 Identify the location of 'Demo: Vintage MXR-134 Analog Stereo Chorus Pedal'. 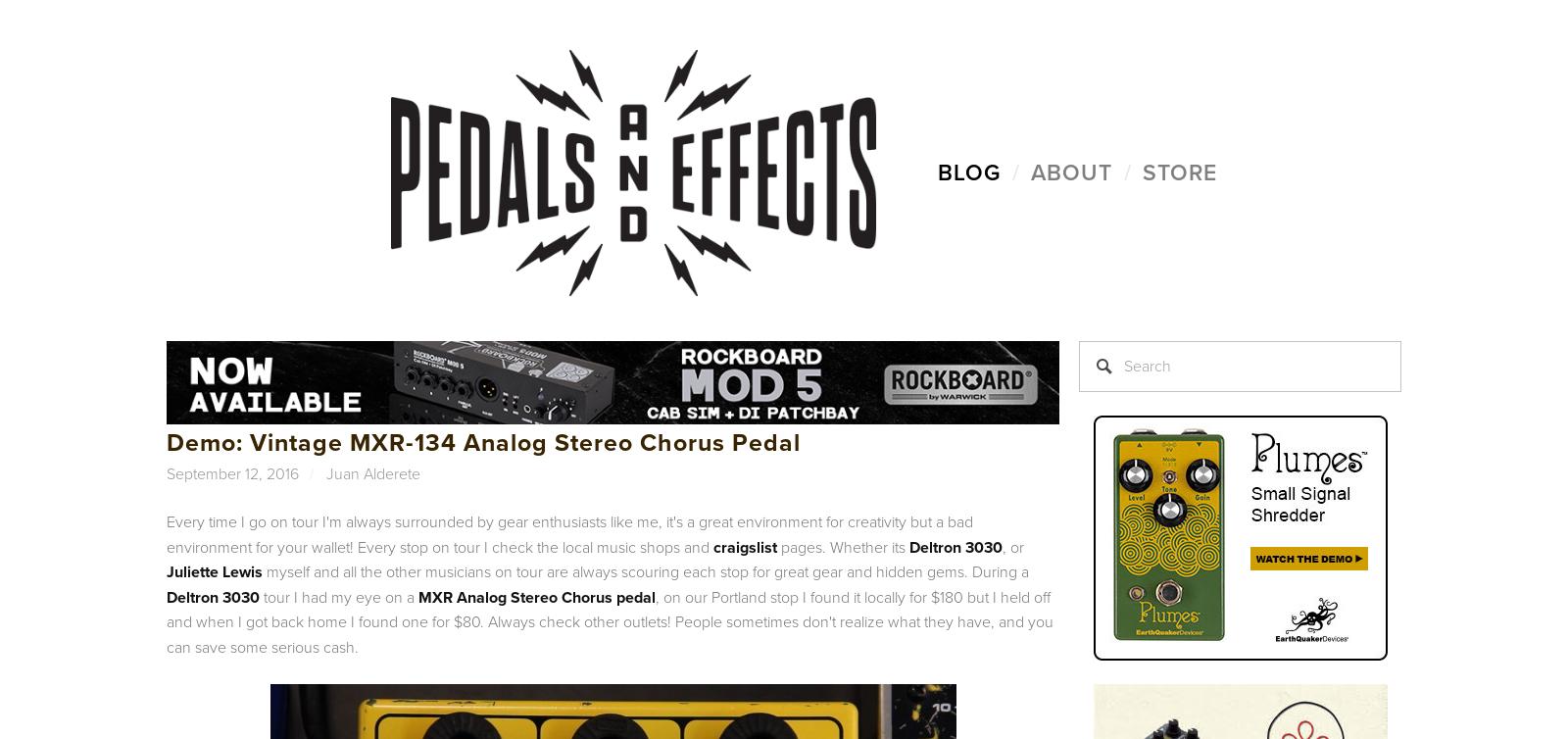
(482, 442).